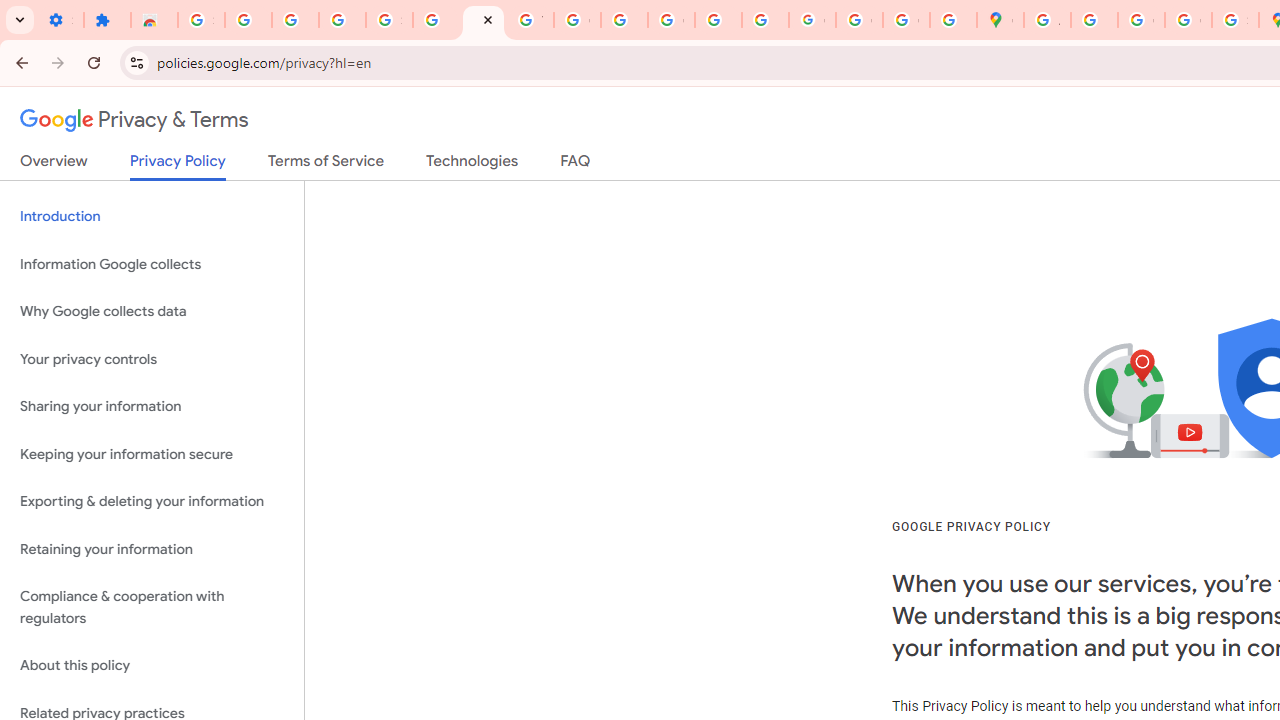 This screenshot has height=720, width=1280. I want to click on 'https://scholar.google.com/', so click(623, 20).